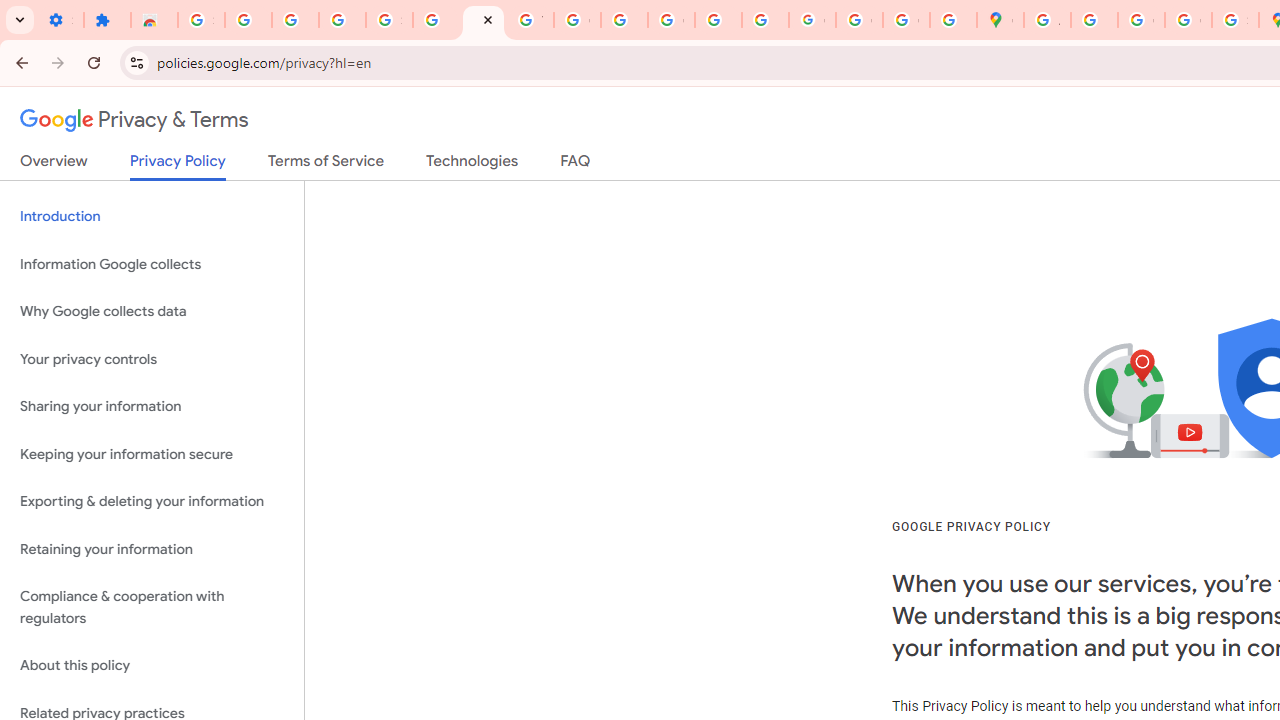 This screenshot has height=720, width=1280. I want to click on 'https://scholar.google.com/', so click(623, 20).